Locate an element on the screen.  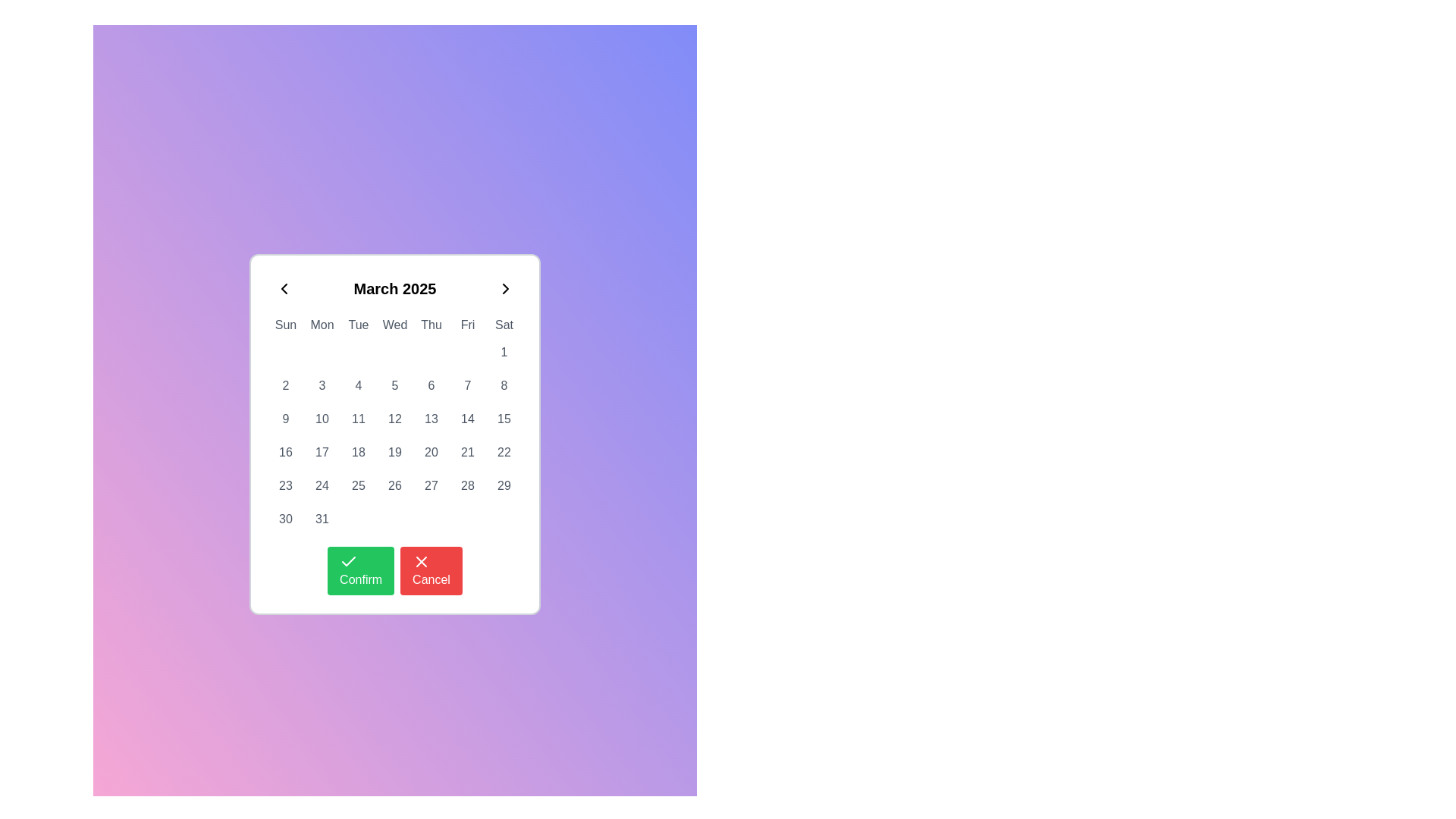
the rounded rectangle button displaying the number '8' in the sixth row and seventh column of the calendar grid is located at coordinates (504, 385).